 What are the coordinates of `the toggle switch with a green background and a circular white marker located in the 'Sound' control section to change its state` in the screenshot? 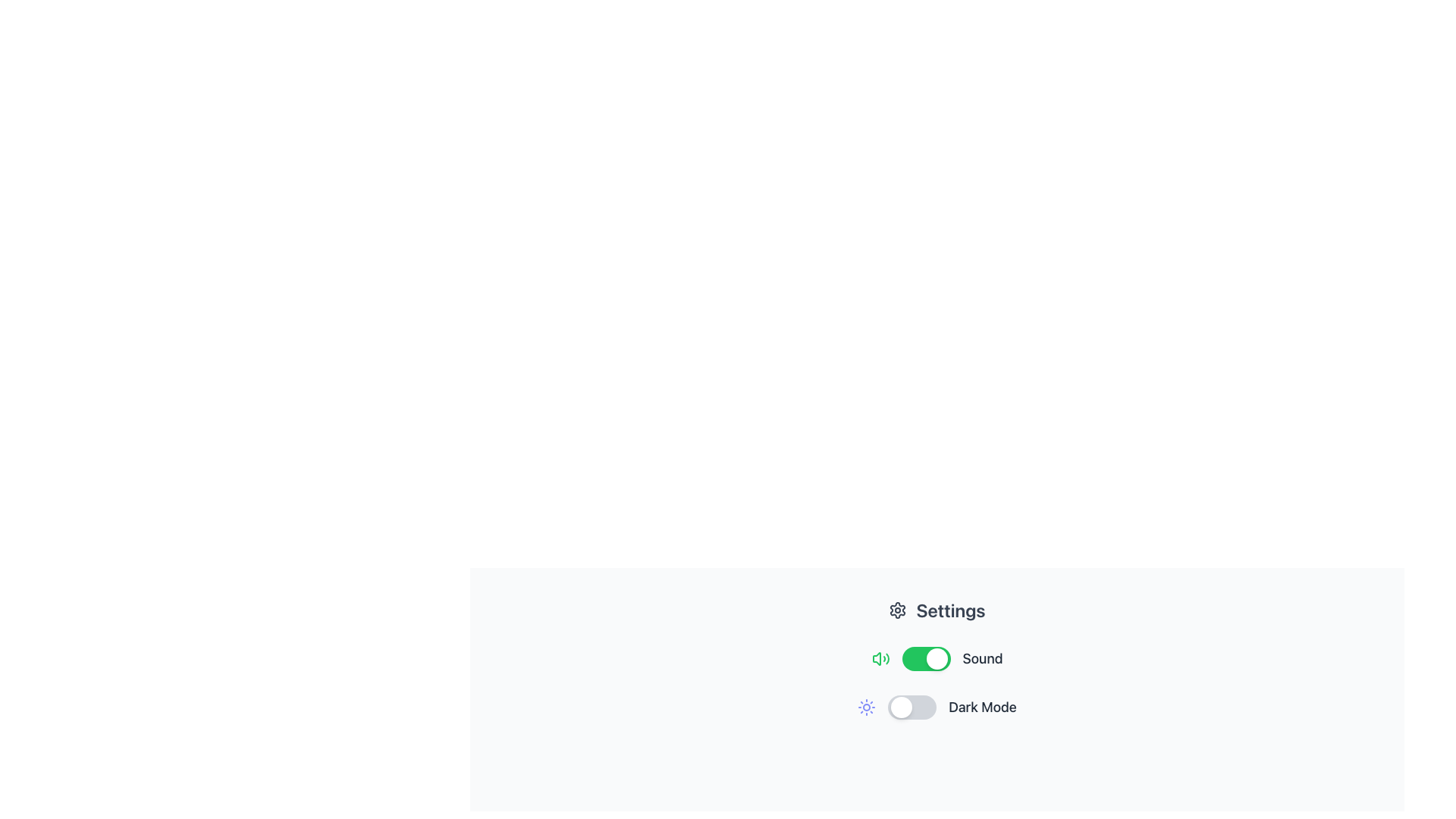 It's located at (925, 657).